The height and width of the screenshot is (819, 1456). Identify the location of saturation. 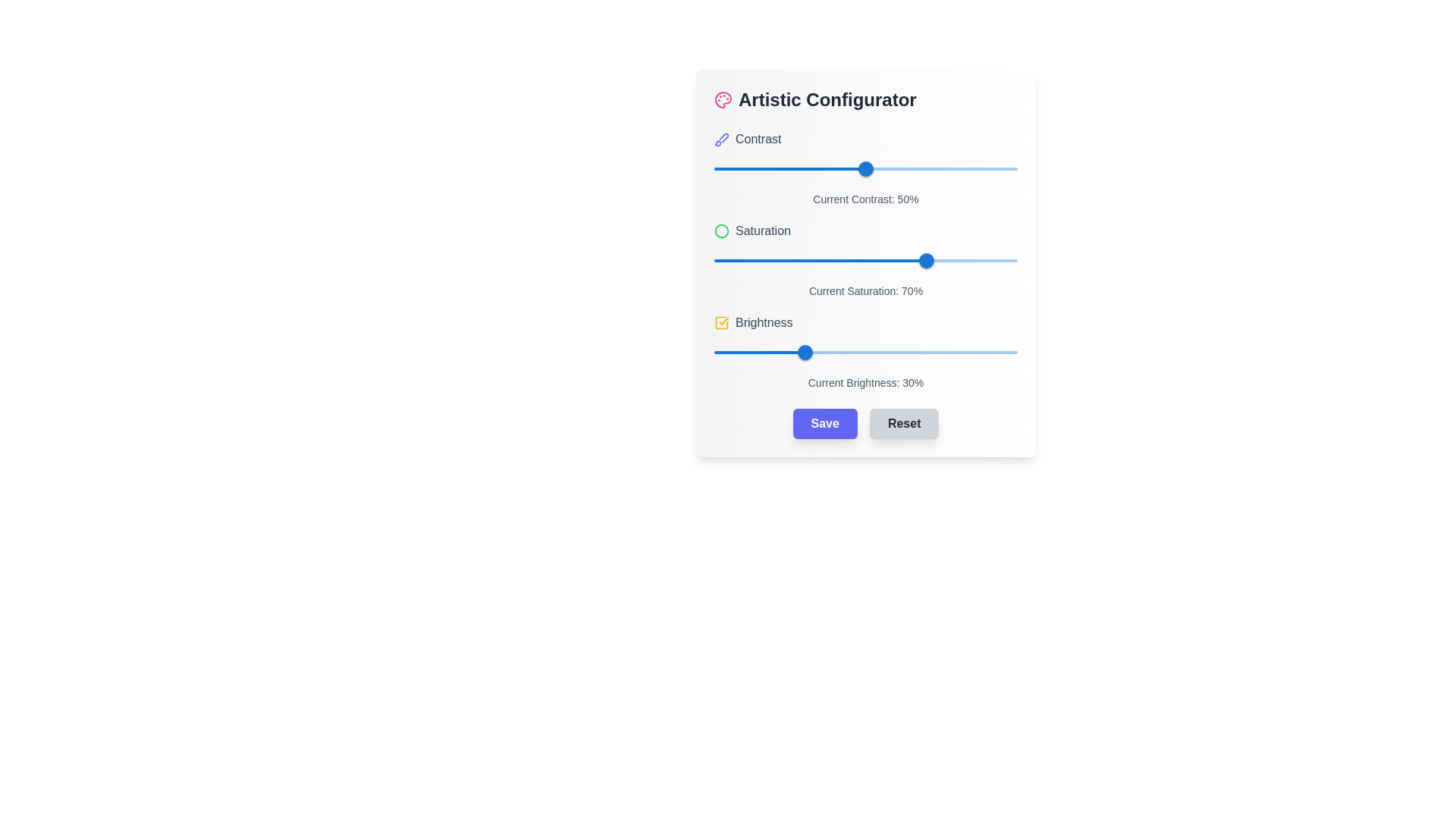
(924, 259).